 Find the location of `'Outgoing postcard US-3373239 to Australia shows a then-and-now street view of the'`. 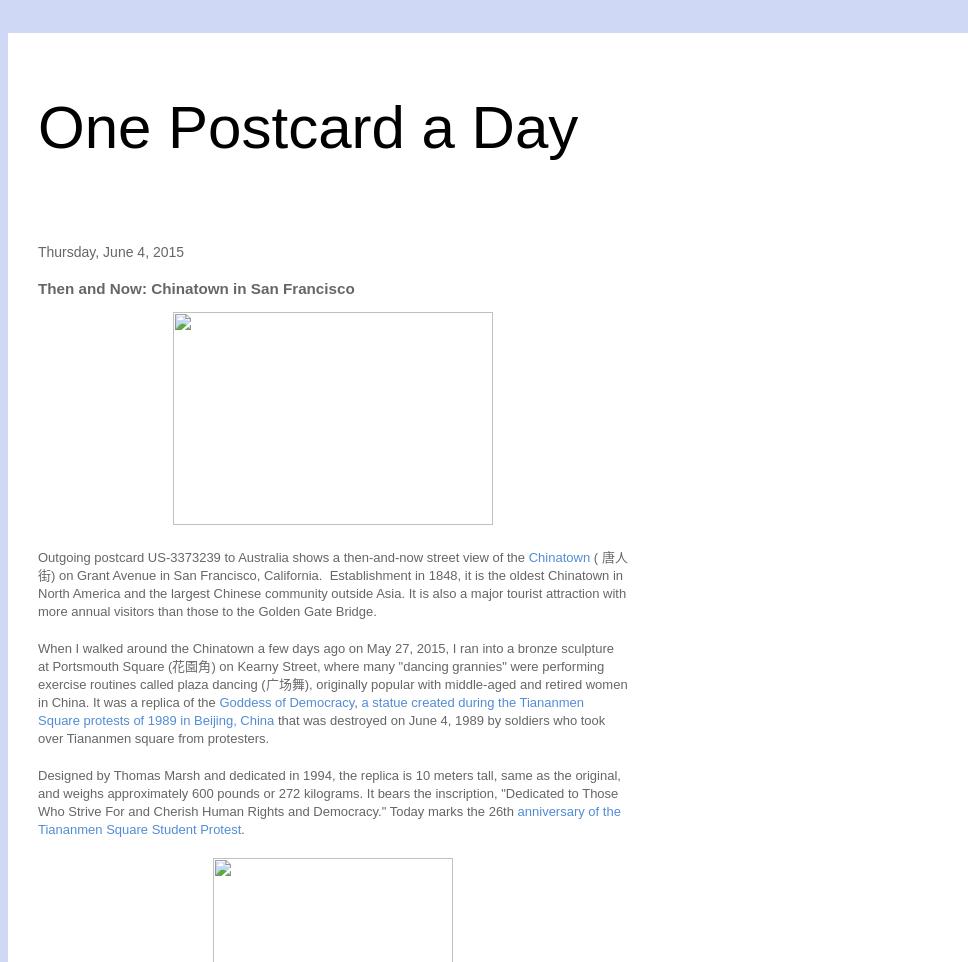

'Outgoing postcard US-3373239 to Australia shows a then-and-now street view of the' is located at coordinates (282, 556).